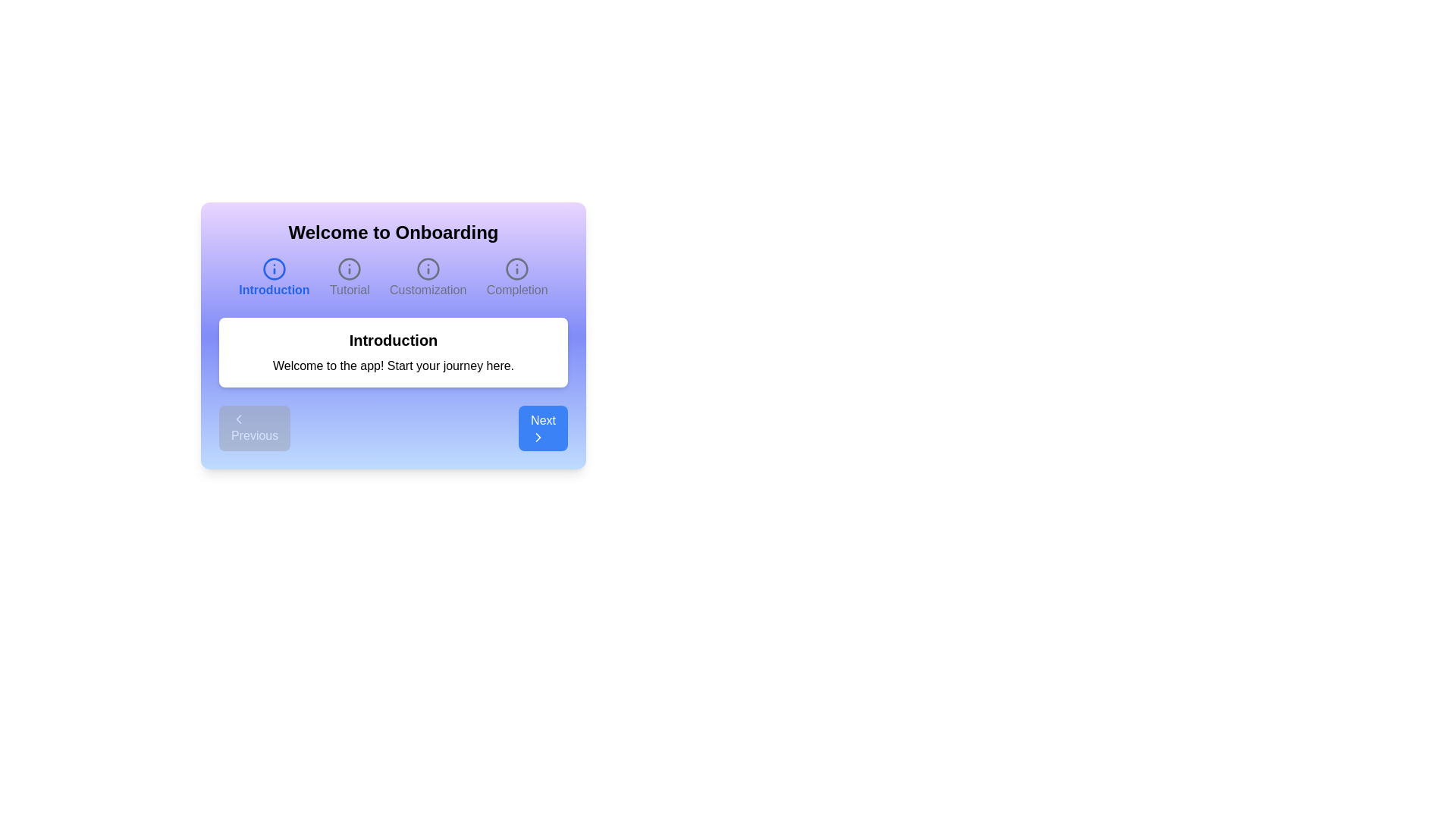  I want to click on the chevron arrow icon located inside the blue 'Next' button at the lower-right corner of the modal interface, so click(538, 438).